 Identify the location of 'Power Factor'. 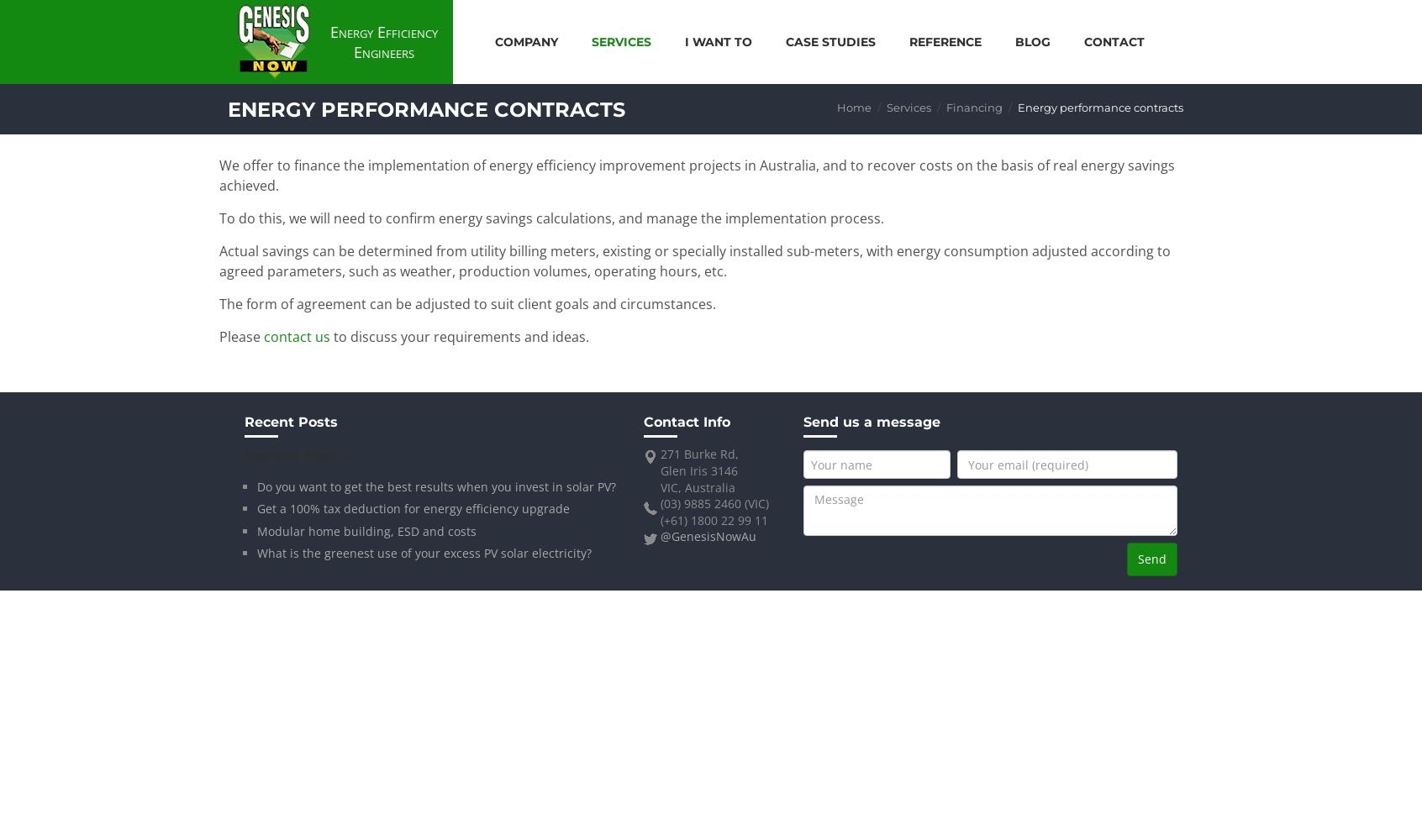
(951, 170).